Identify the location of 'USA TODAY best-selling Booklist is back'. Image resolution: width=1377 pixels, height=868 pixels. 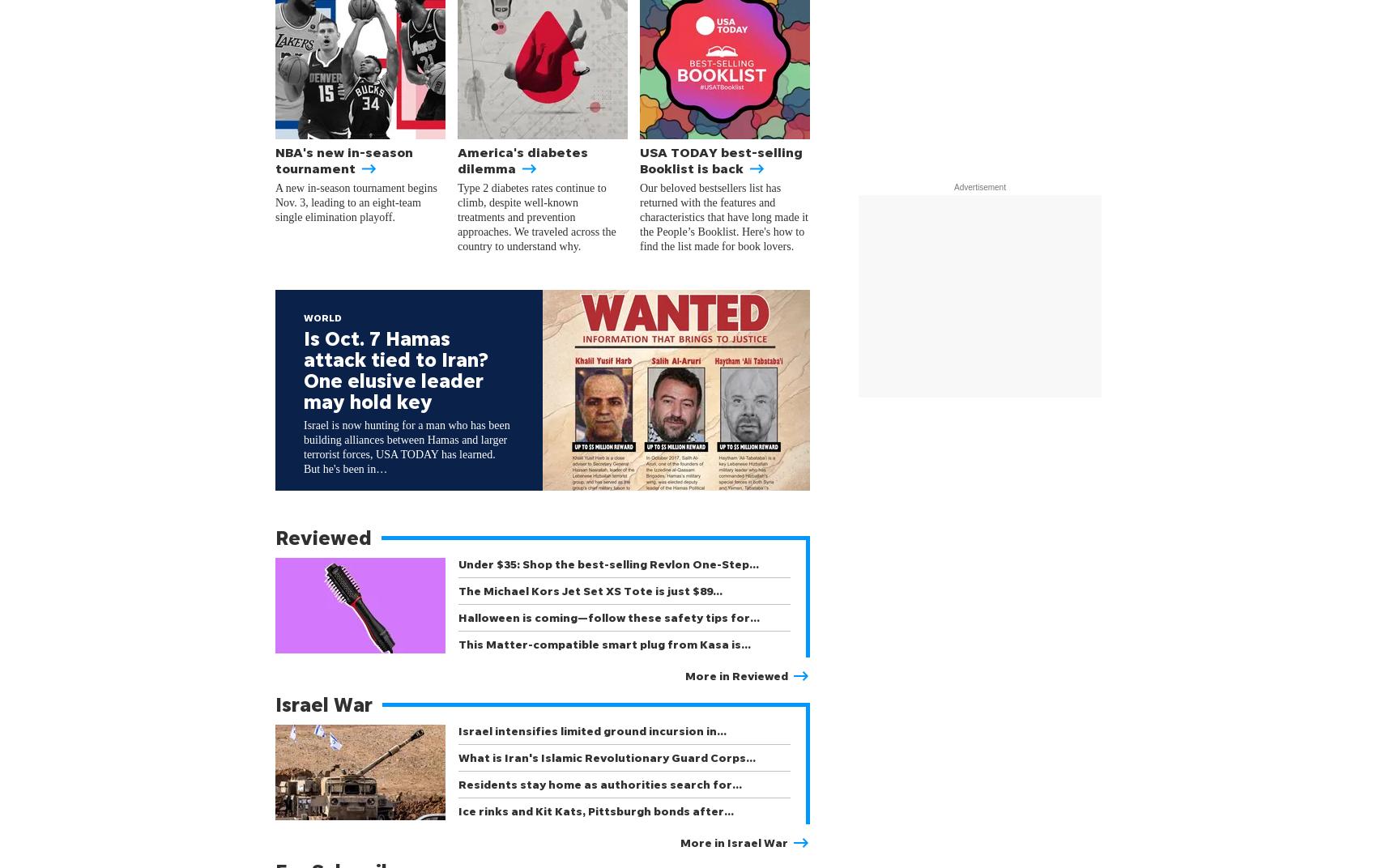
(721, 159).